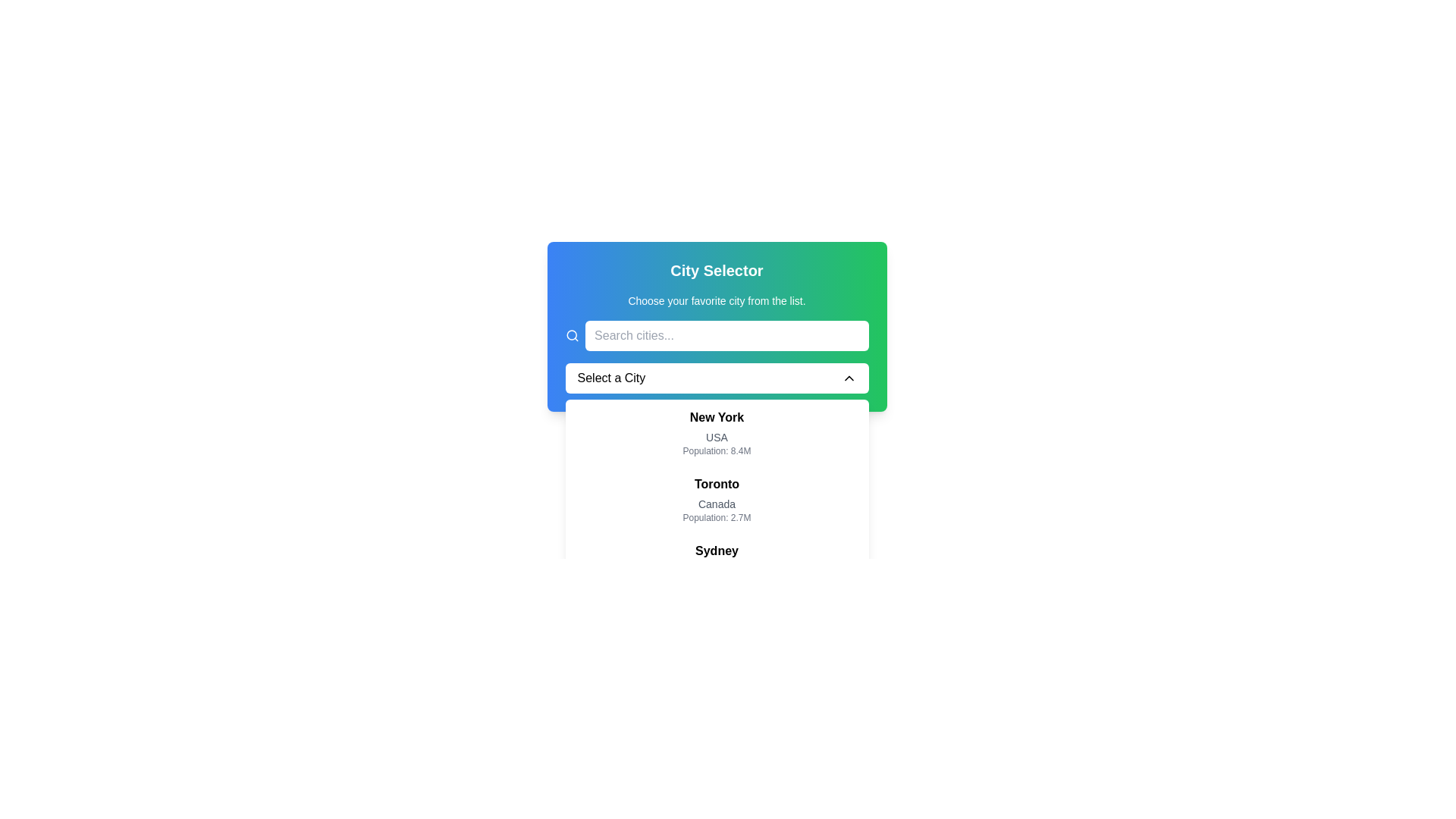  Describe the element at coordinates (716, 516) in the screenshot. I see `the text label displaying 'Population: 2.7M', which is located beneath 'Canada' and 'Toronto' in the dropdown entry for 'Toronto', to trigger any available tooltips` at that location.